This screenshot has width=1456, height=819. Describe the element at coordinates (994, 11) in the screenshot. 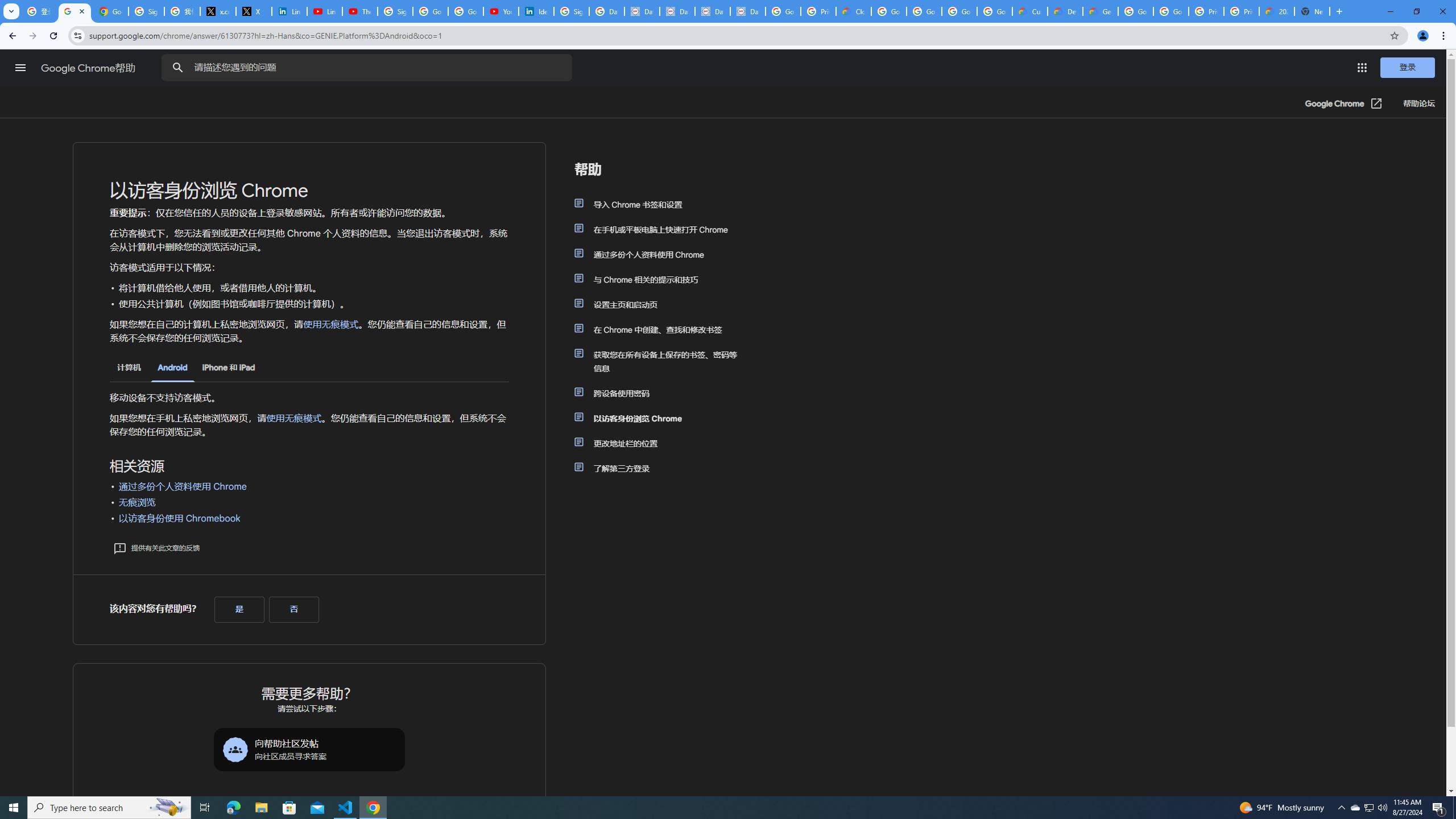

I see `'Google Workspace - Specific Terms'` at that location.